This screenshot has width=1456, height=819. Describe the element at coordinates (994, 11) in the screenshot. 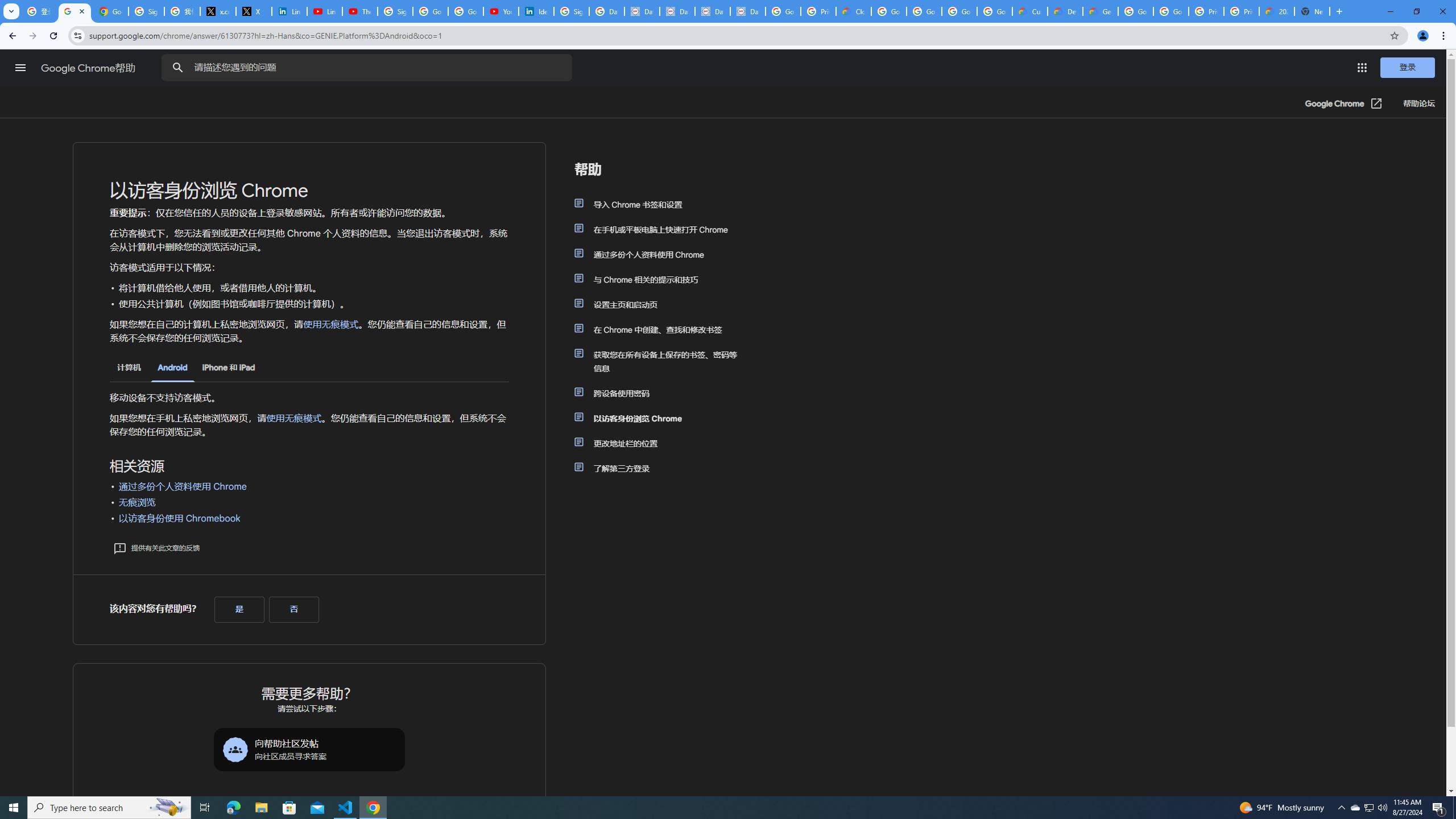

I see `'Google Workspace - Specific Terms'` at that location.